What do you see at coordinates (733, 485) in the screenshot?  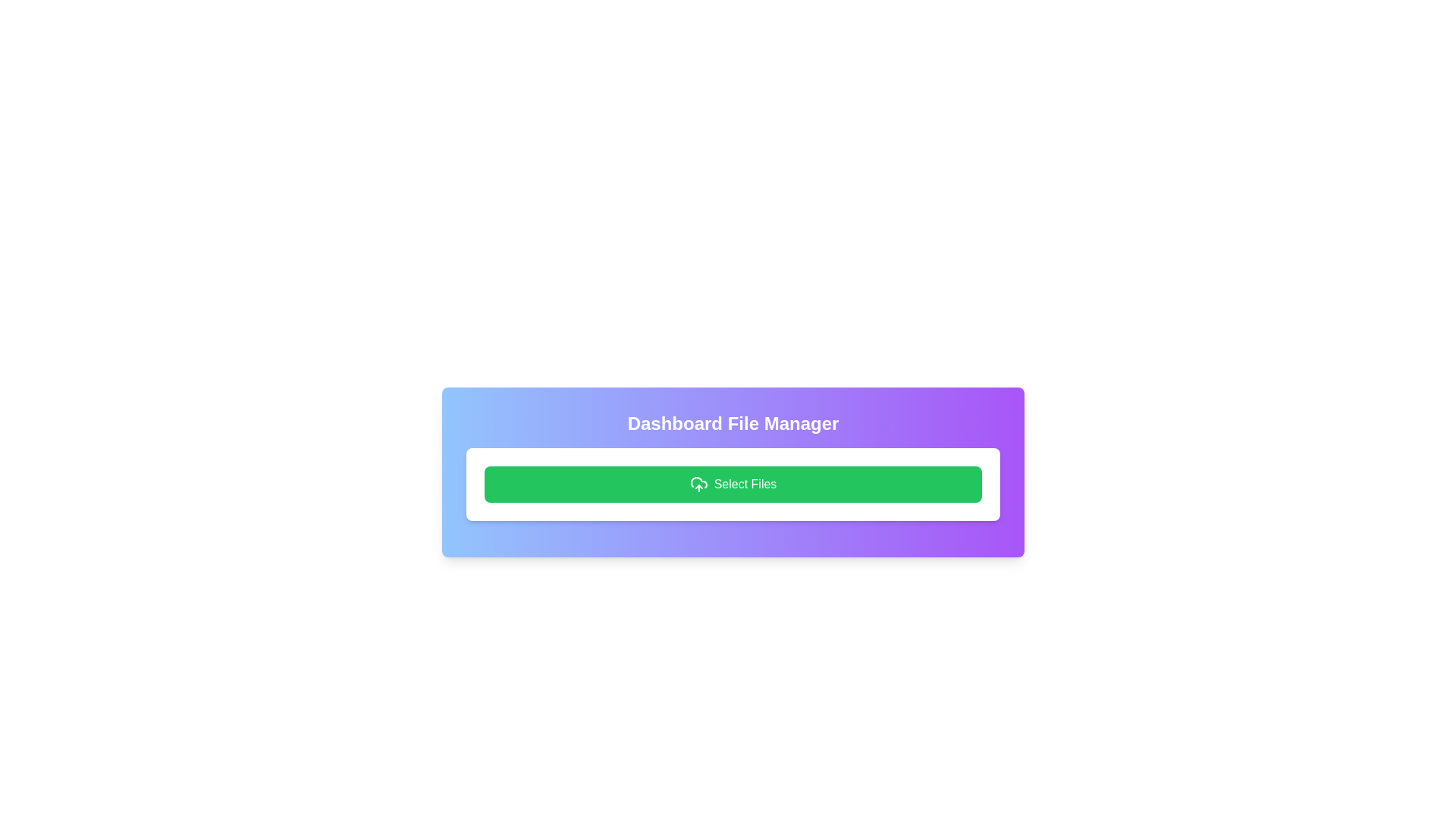 I see `the green 'Select Files' button with rounded edges located in the center of the card interface below the 'Dashboard File Manager' title to observe hover effects` at bounding box center [733, 485].